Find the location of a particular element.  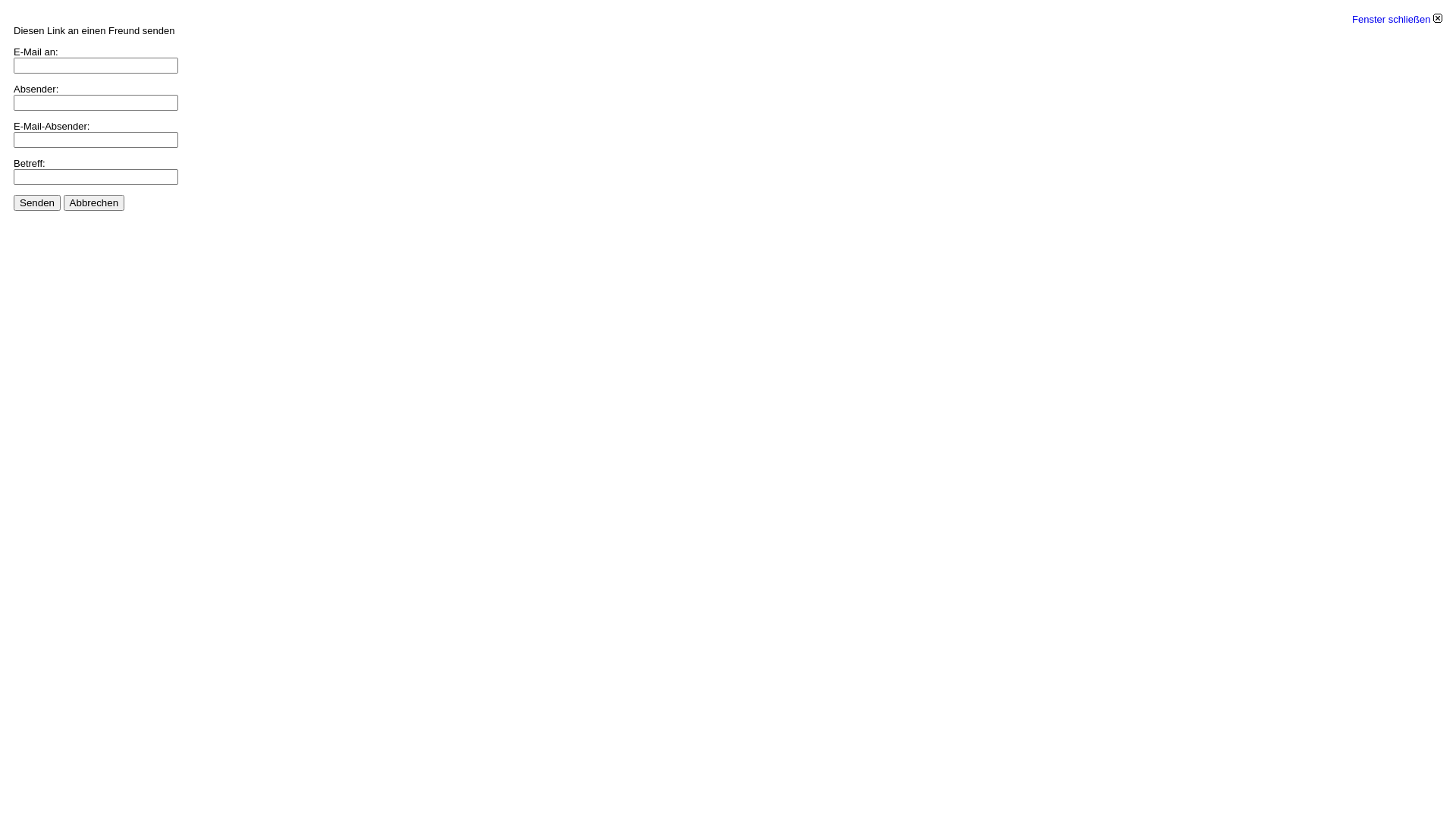

'Senden' is located at coordinates (36, 202).